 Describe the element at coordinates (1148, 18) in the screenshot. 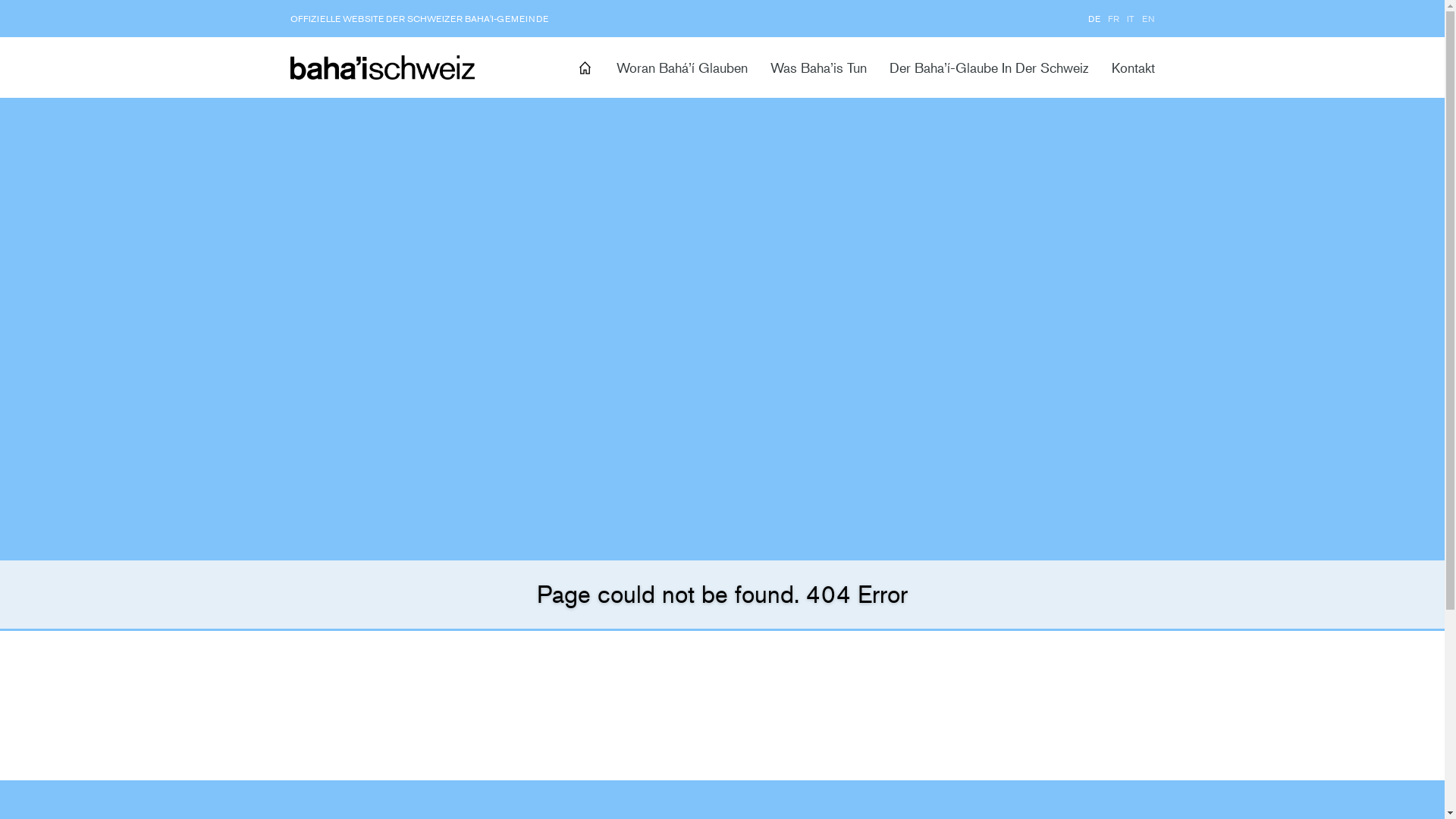

I see `'EN'` at that location.